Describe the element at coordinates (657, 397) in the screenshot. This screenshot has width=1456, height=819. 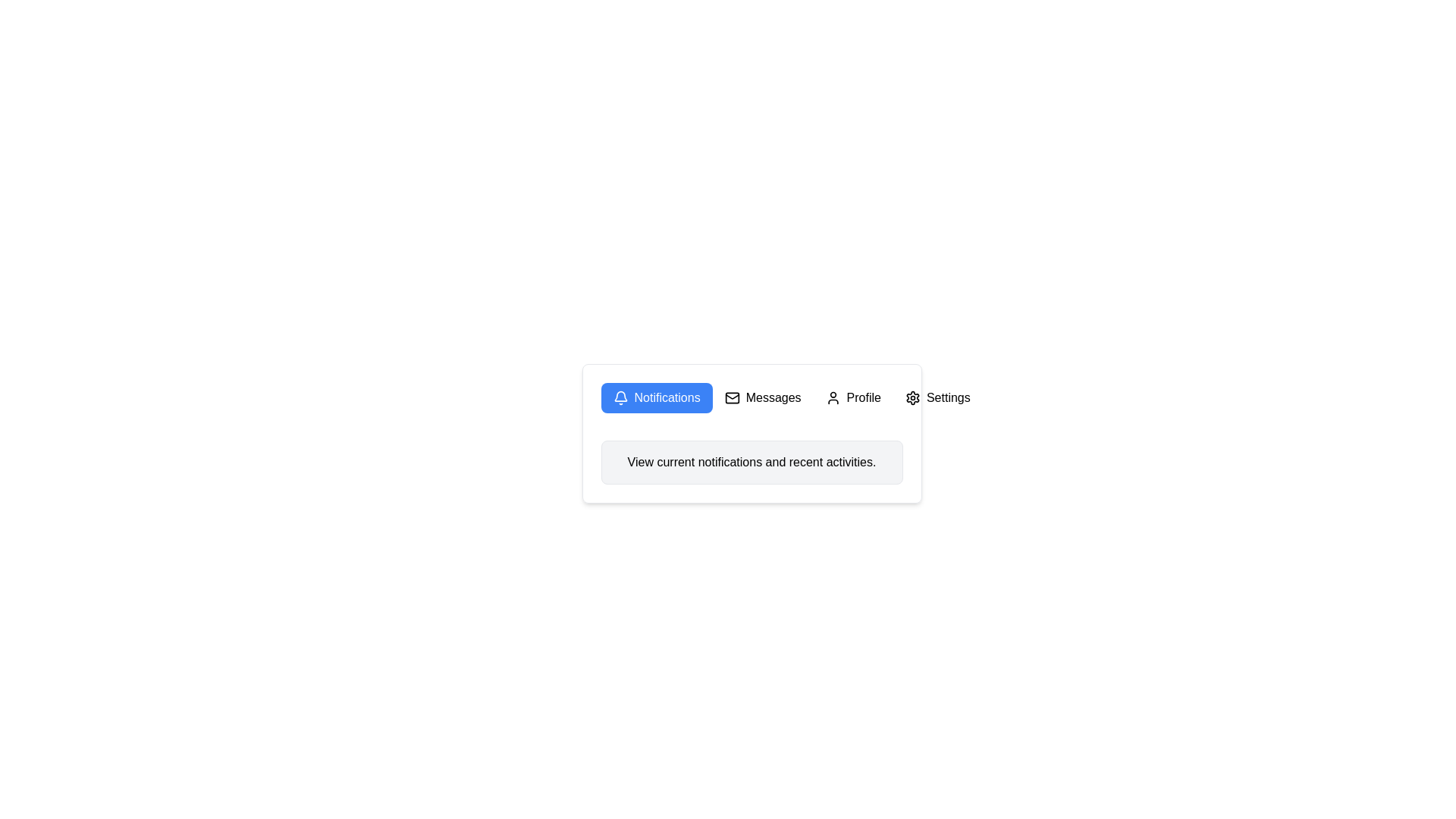
I see `the first button on the far left of the horizontal stack` at that location.